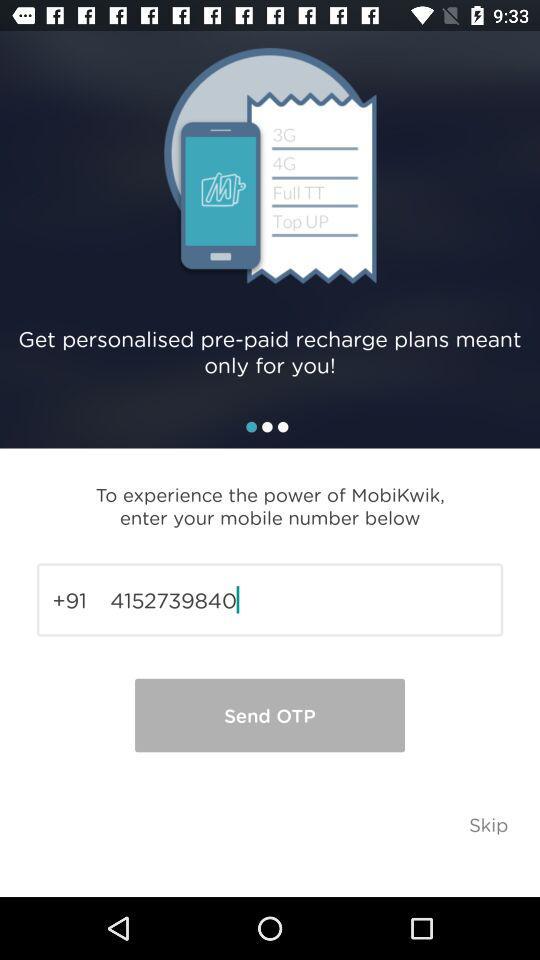 Image resolution: width=540 pixels, height=960 pixels. I want to click on icon below to experience the item, so click(270, 600).